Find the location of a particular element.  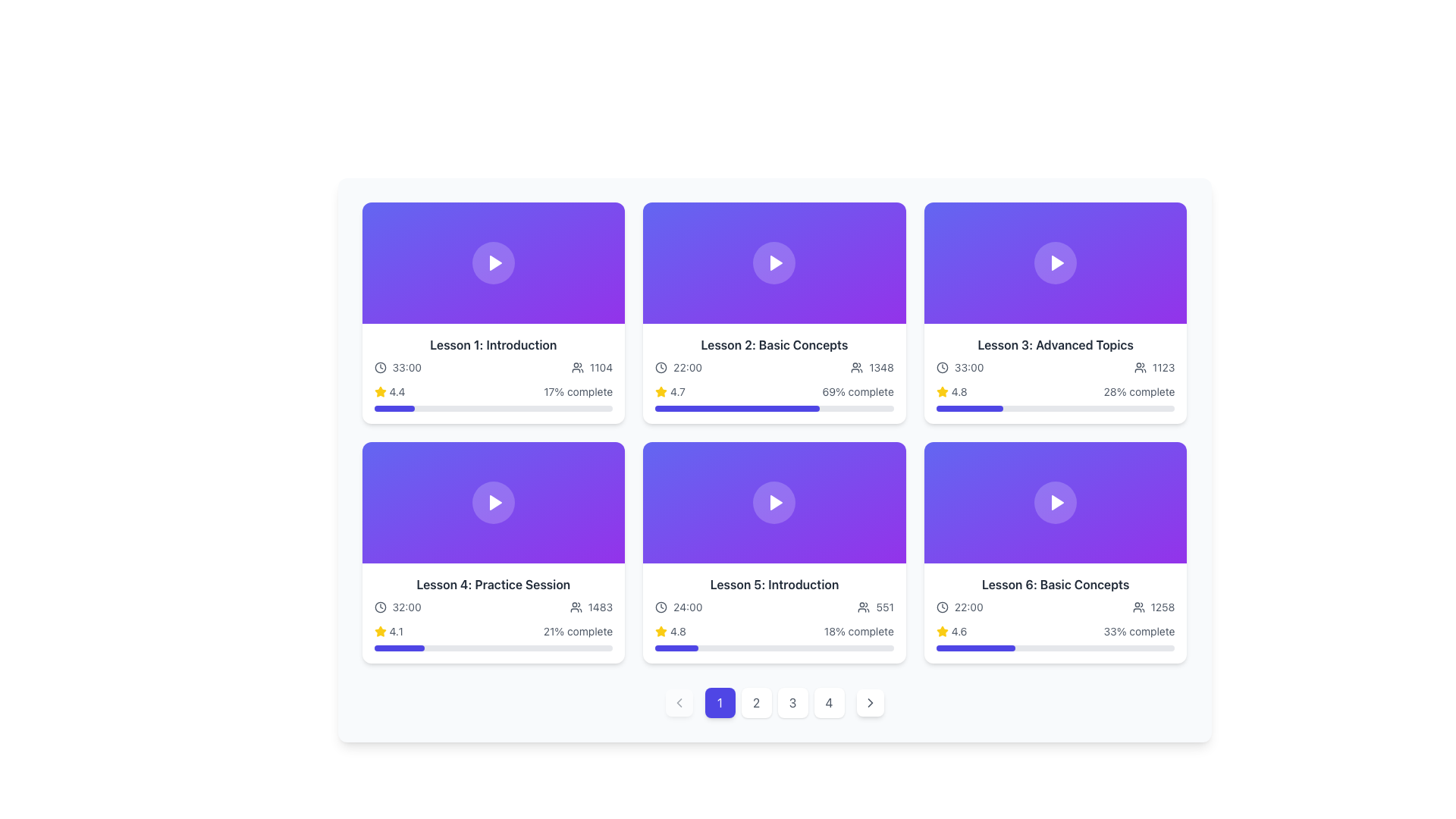

the small, circular clock icon located in the fifth lesson card, adjacent to the text '24:00' is located at coordinates (661, 607).